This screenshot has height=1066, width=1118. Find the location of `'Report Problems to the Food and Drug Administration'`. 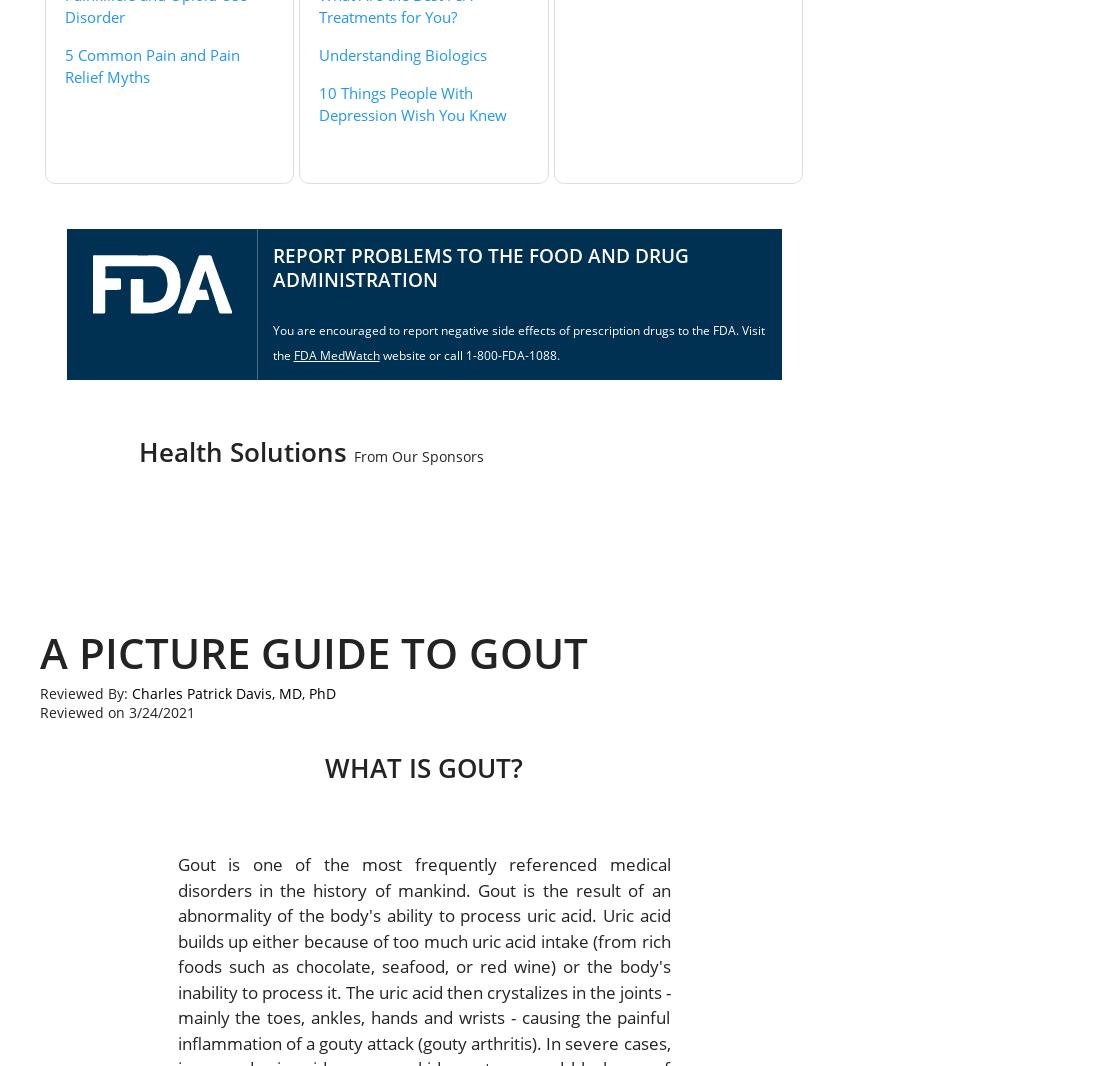

'Report Problems to the Food and Drug Administration' is located at coordinates (478, 266).